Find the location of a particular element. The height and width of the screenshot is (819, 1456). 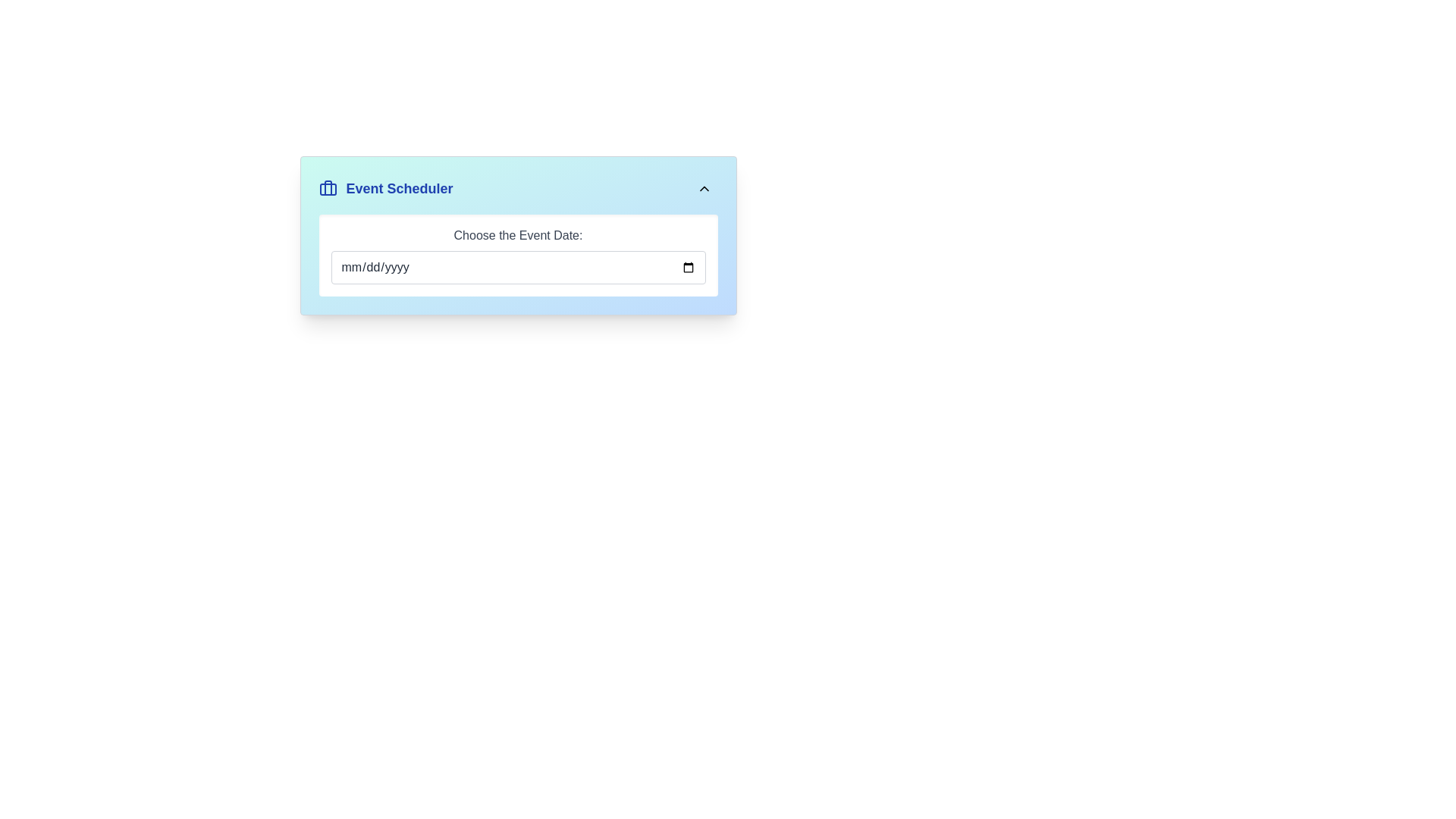

a date from the calendar widget associated with the centrally located Date Picker below the 'Event Scheduler' title is located at coordinates (518, 254).